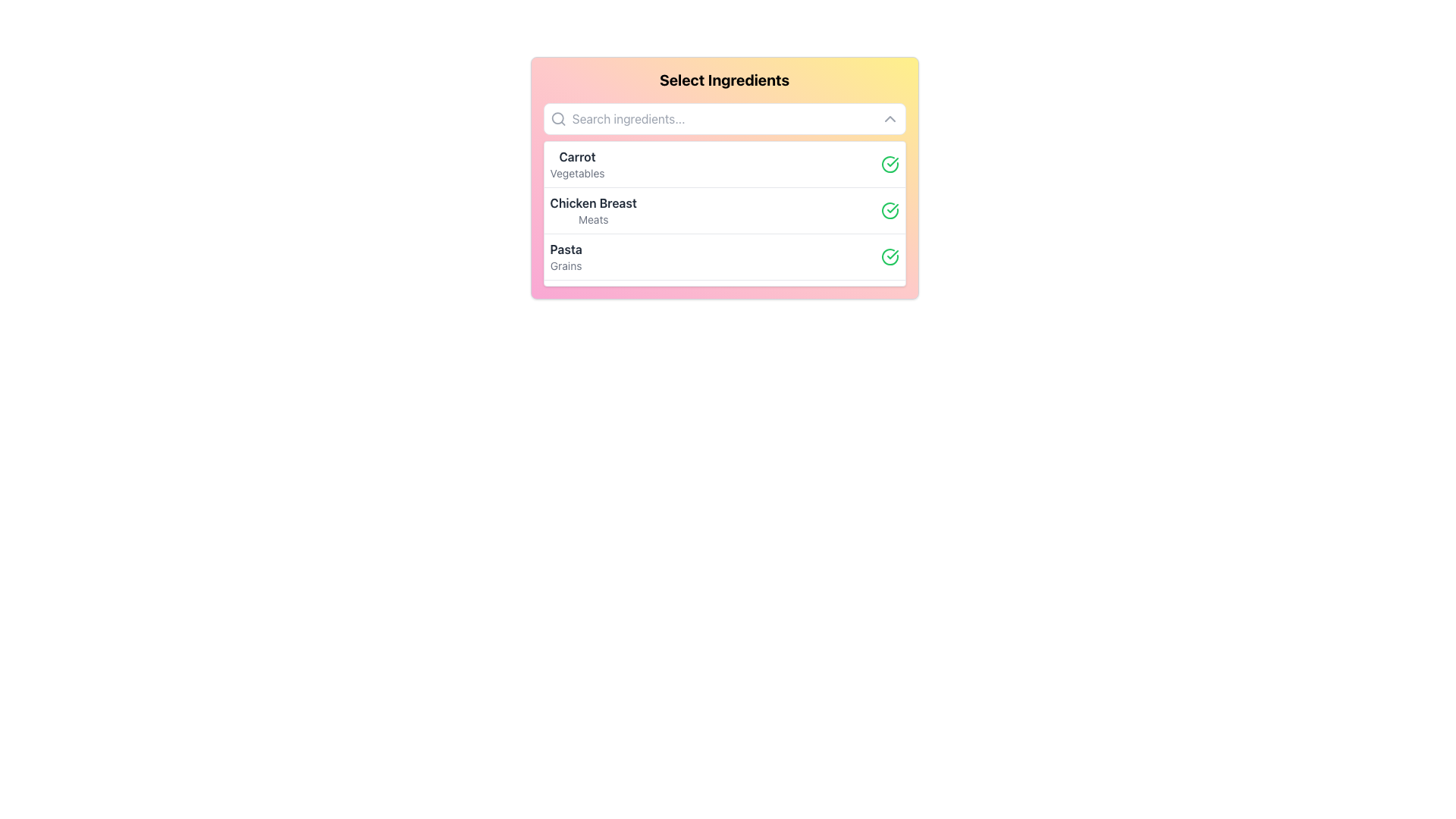 Image resolution: width=1456 pixels, height=819 pixels. I want to click on the button or interactive icon located to the right of the 'Search Ingredients...' text input field, so click(890, 118).